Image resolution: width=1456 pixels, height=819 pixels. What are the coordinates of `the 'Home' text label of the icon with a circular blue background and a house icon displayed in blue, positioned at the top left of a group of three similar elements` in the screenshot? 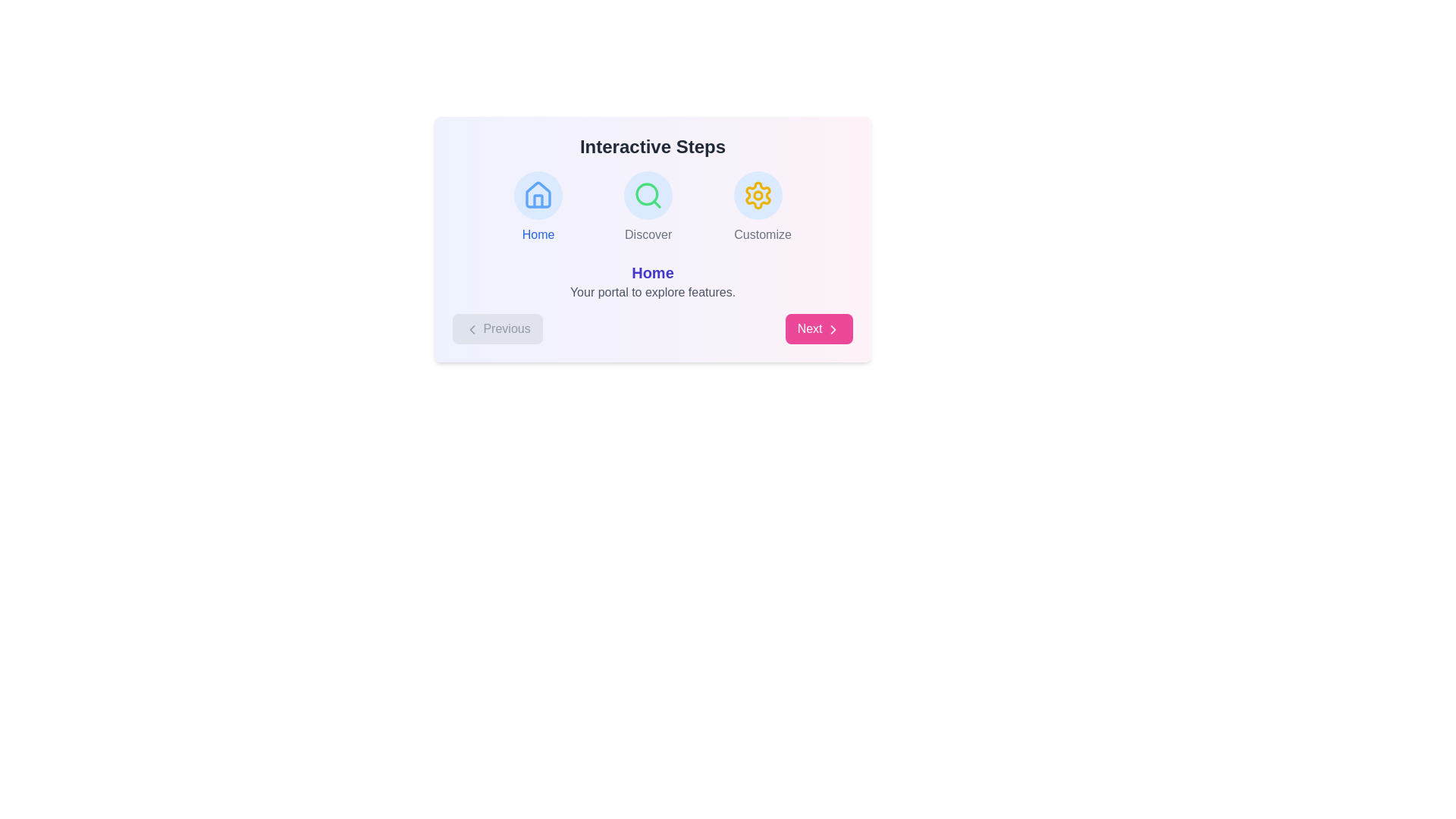 It's located at (538, 207).